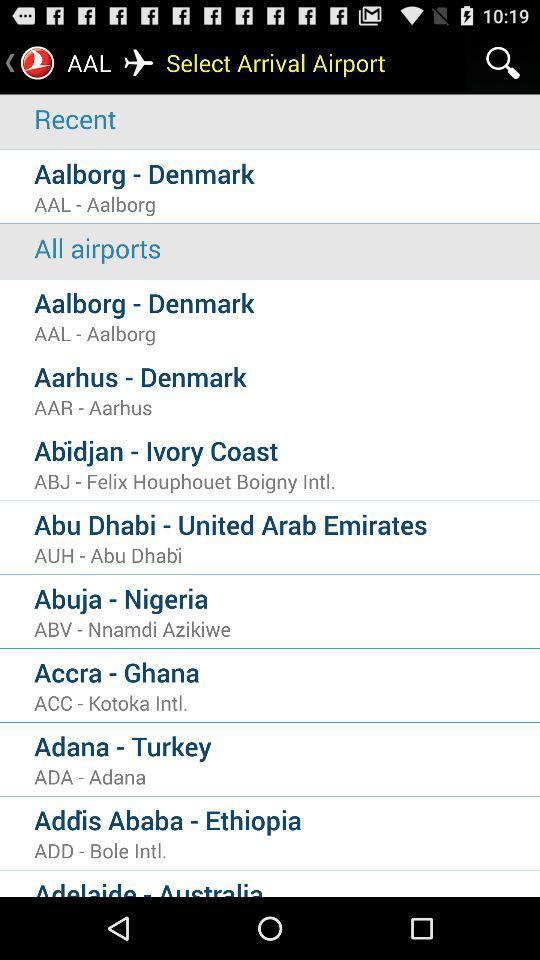  Describe the element at coordinates (286, 450) in the screenshot. I see `the abi djan ivory` at that location.